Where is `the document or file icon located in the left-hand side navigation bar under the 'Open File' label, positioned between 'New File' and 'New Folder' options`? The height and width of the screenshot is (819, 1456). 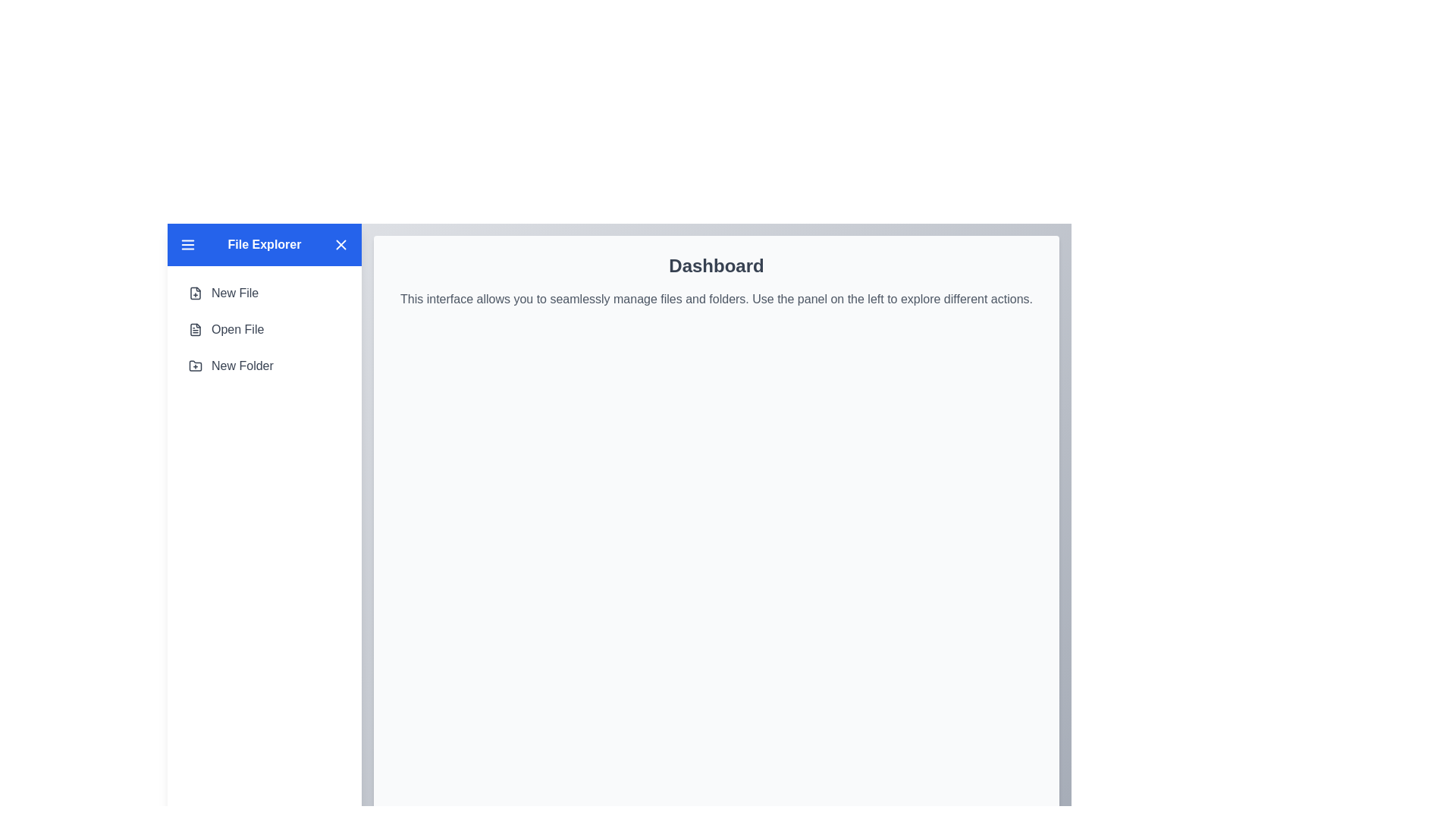 the document or file icon located in the left-hand side navigation bar under the 'Open File' label, positioned between 'New File' and 'New Folder' options is located at coordinates (195, 329).